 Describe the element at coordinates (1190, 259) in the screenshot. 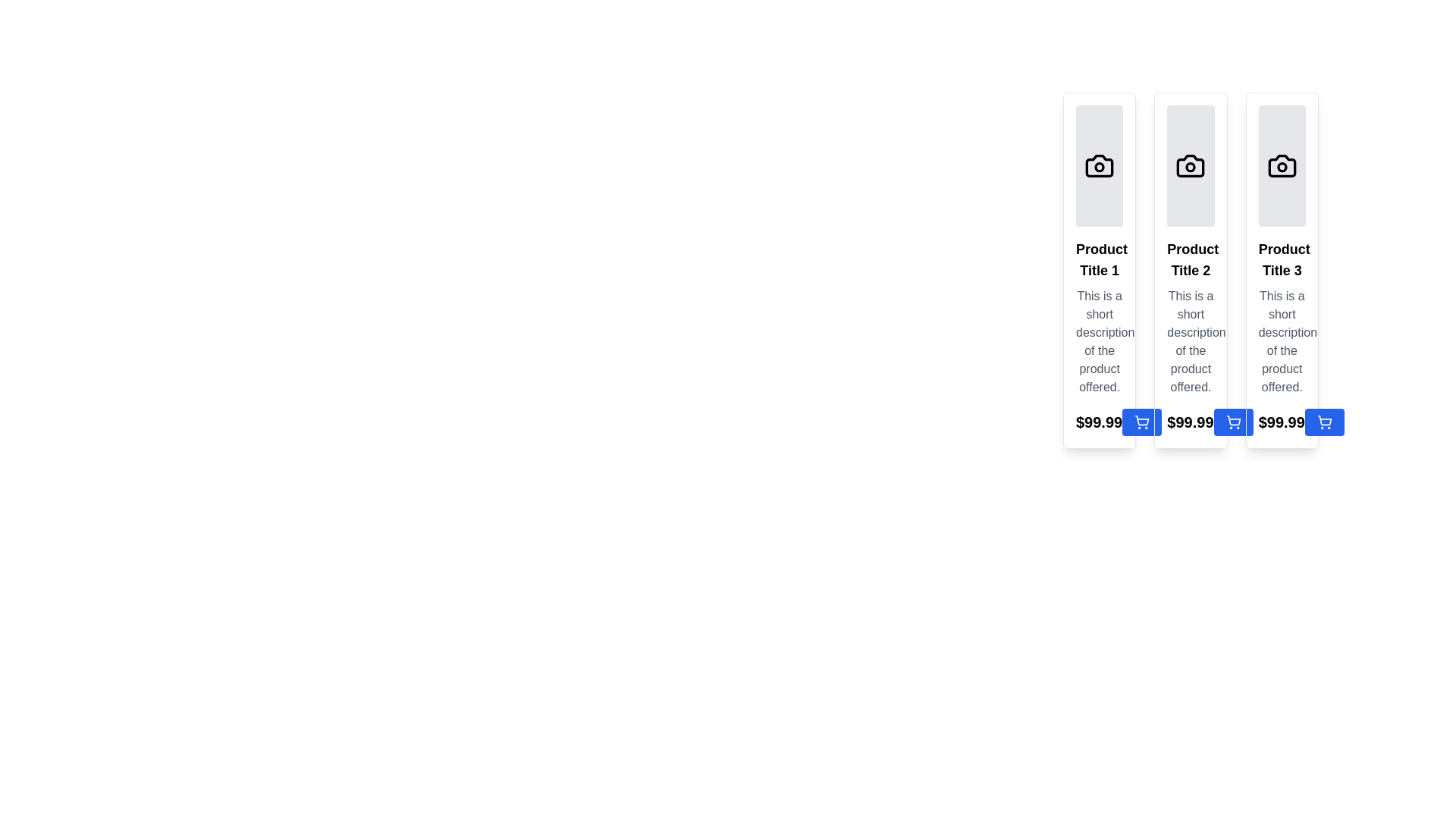

I see `the prominently styled 'Product Title 2' text label located centrally below the product icon in the second product card` at that location.